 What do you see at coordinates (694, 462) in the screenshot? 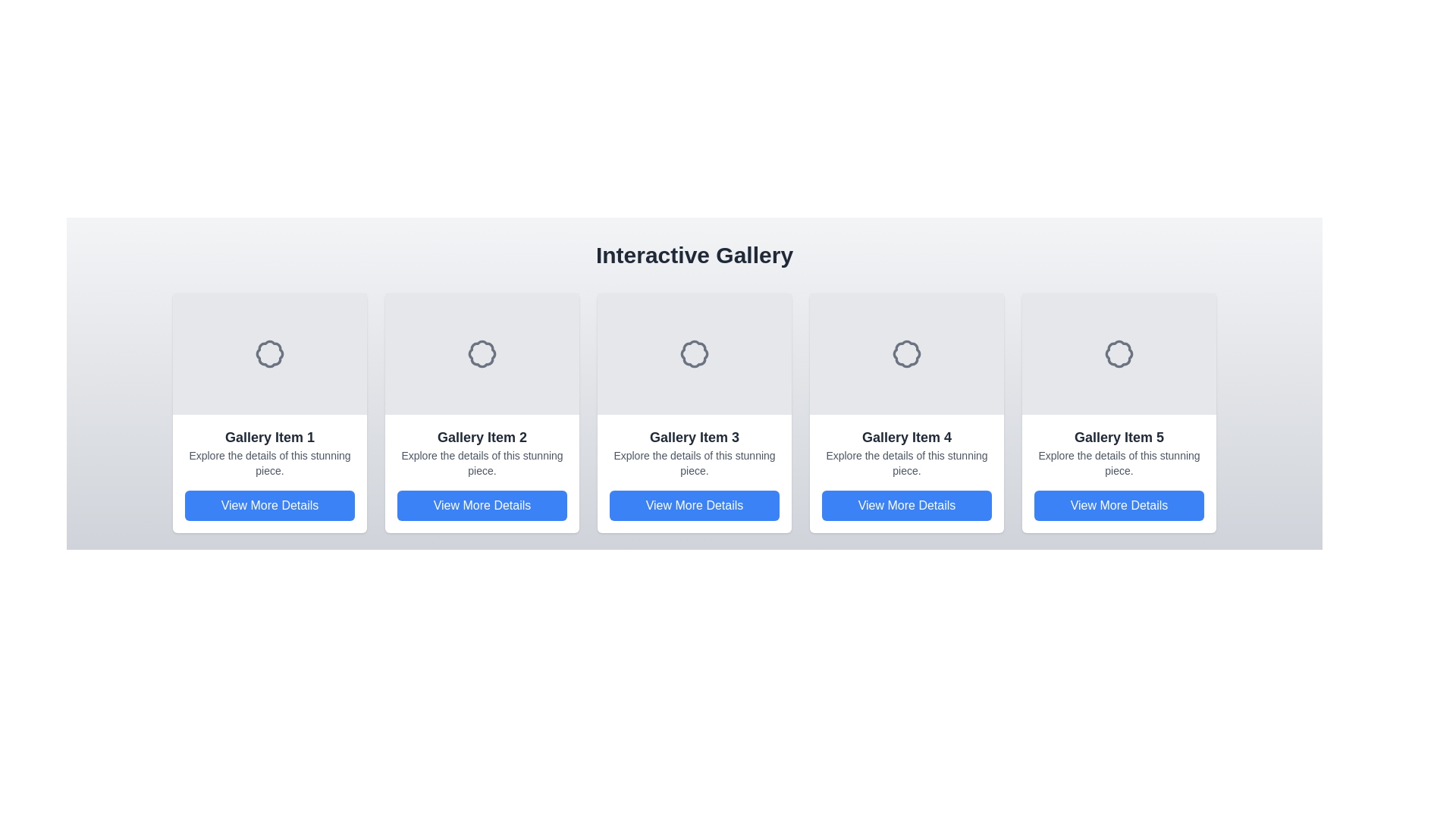
I see `the static text displaying 'Explore the details of this stunning piece.' located between the title 'Gallery Item 3' and the blue button 'View More Details'` at bounding box center [694, 462].